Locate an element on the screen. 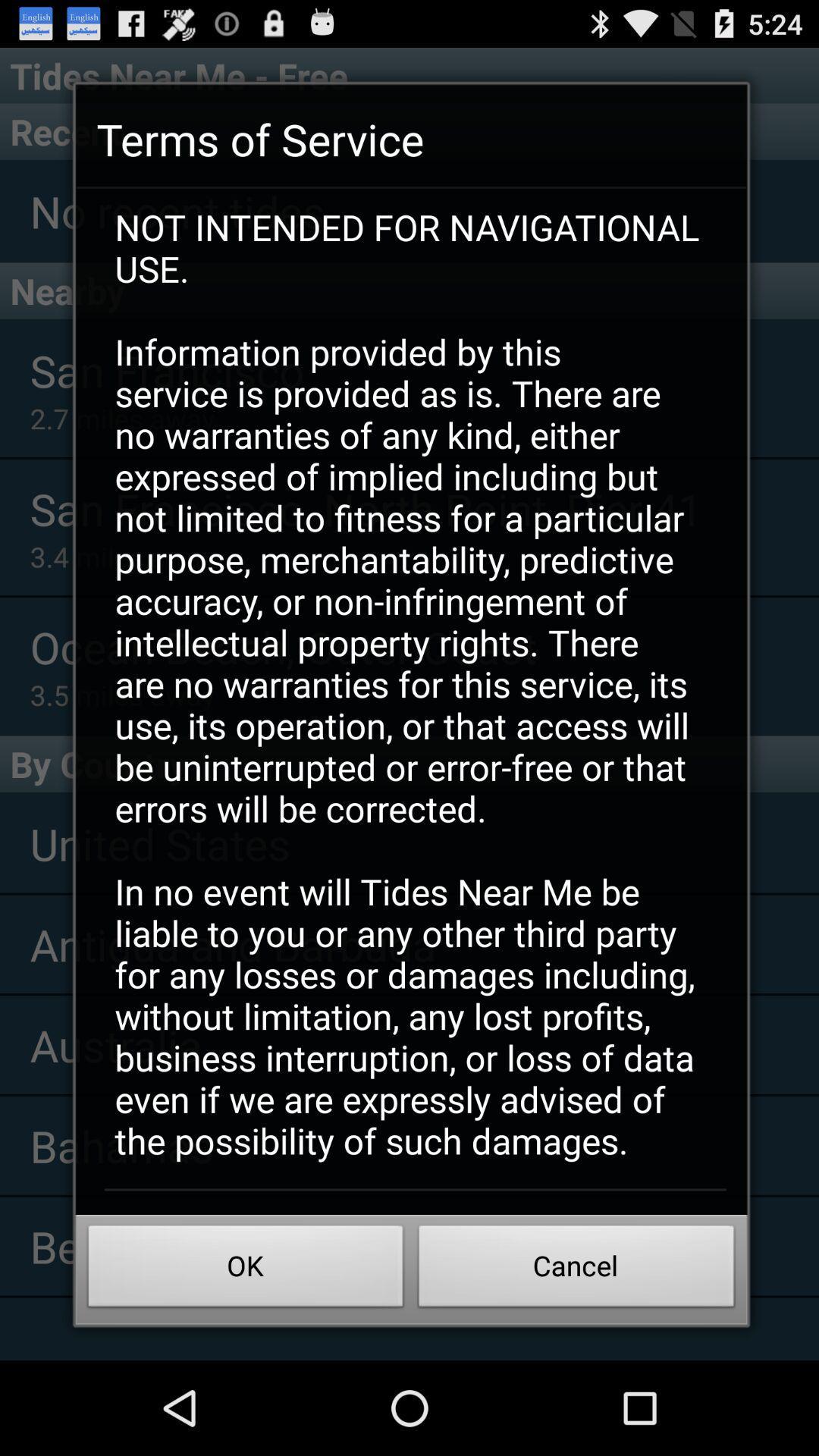 This screenshot has width=819, height=1456. the button to the right of ok is located at coordinates (576, 1270).